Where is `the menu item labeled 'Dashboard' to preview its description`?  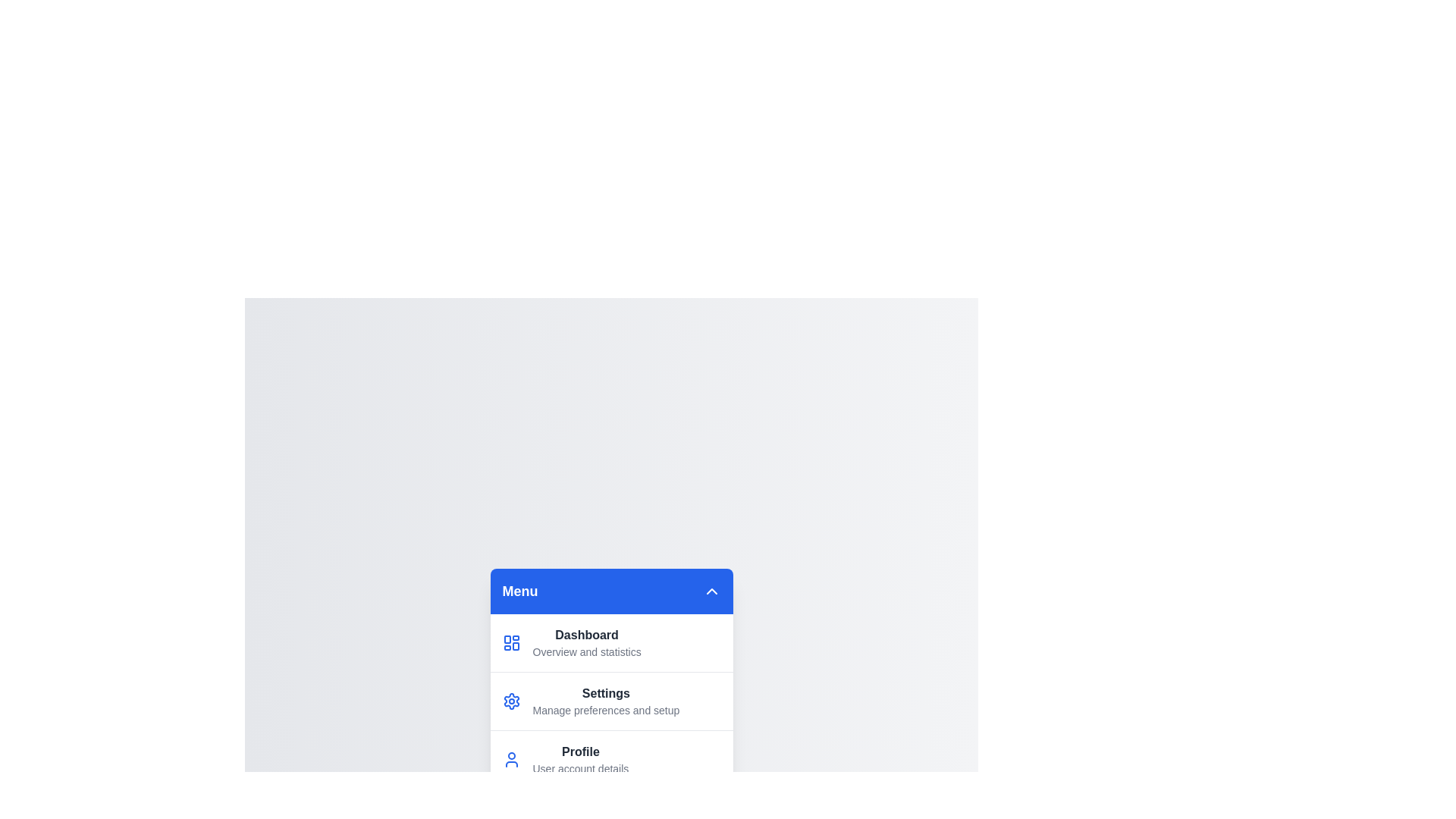 the menu item labeled 'Dashboard' to preview its description is located at coordinates (611, 642).